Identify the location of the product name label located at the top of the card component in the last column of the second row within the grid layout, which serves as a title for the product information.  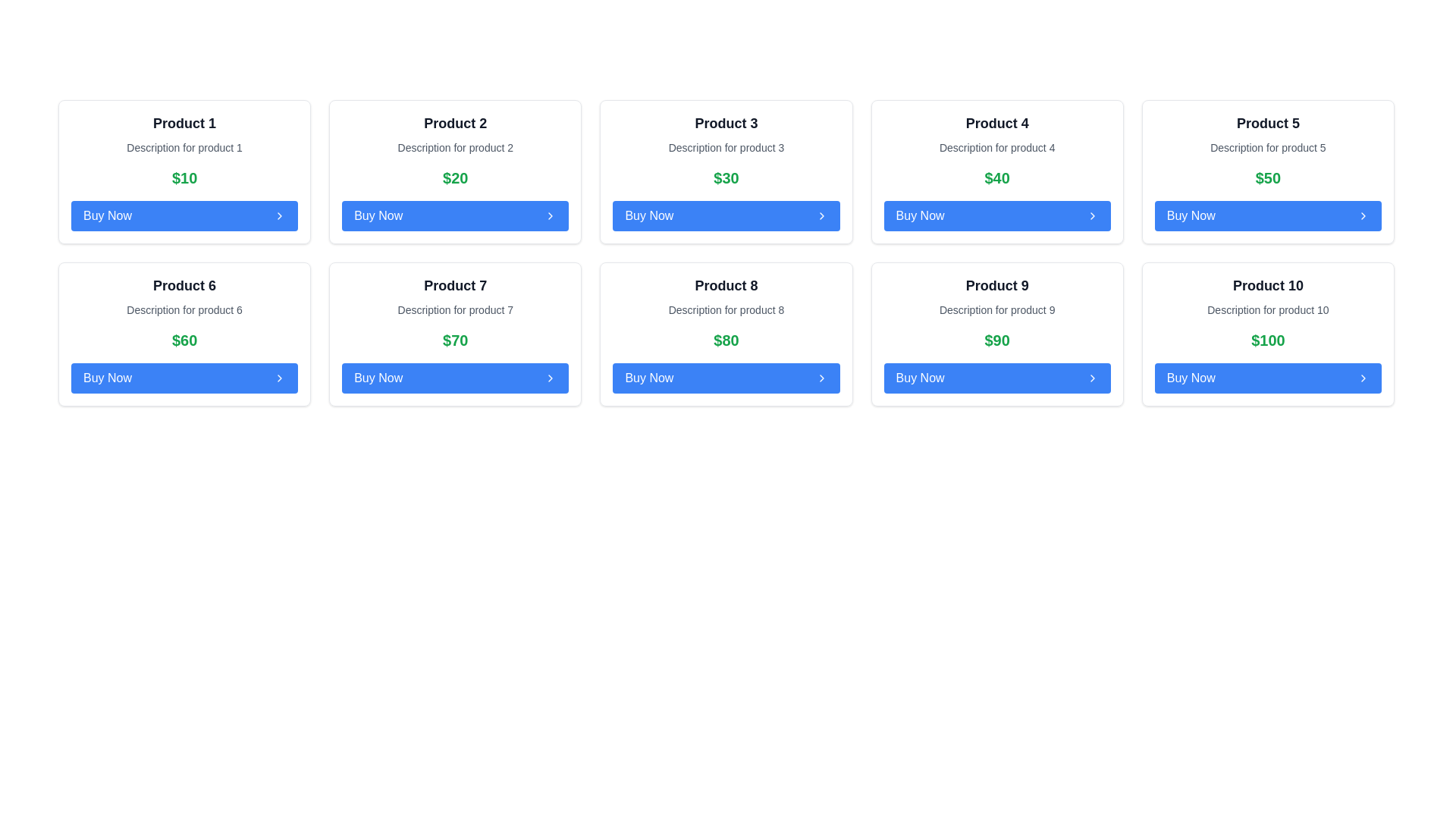
(1268, 286).